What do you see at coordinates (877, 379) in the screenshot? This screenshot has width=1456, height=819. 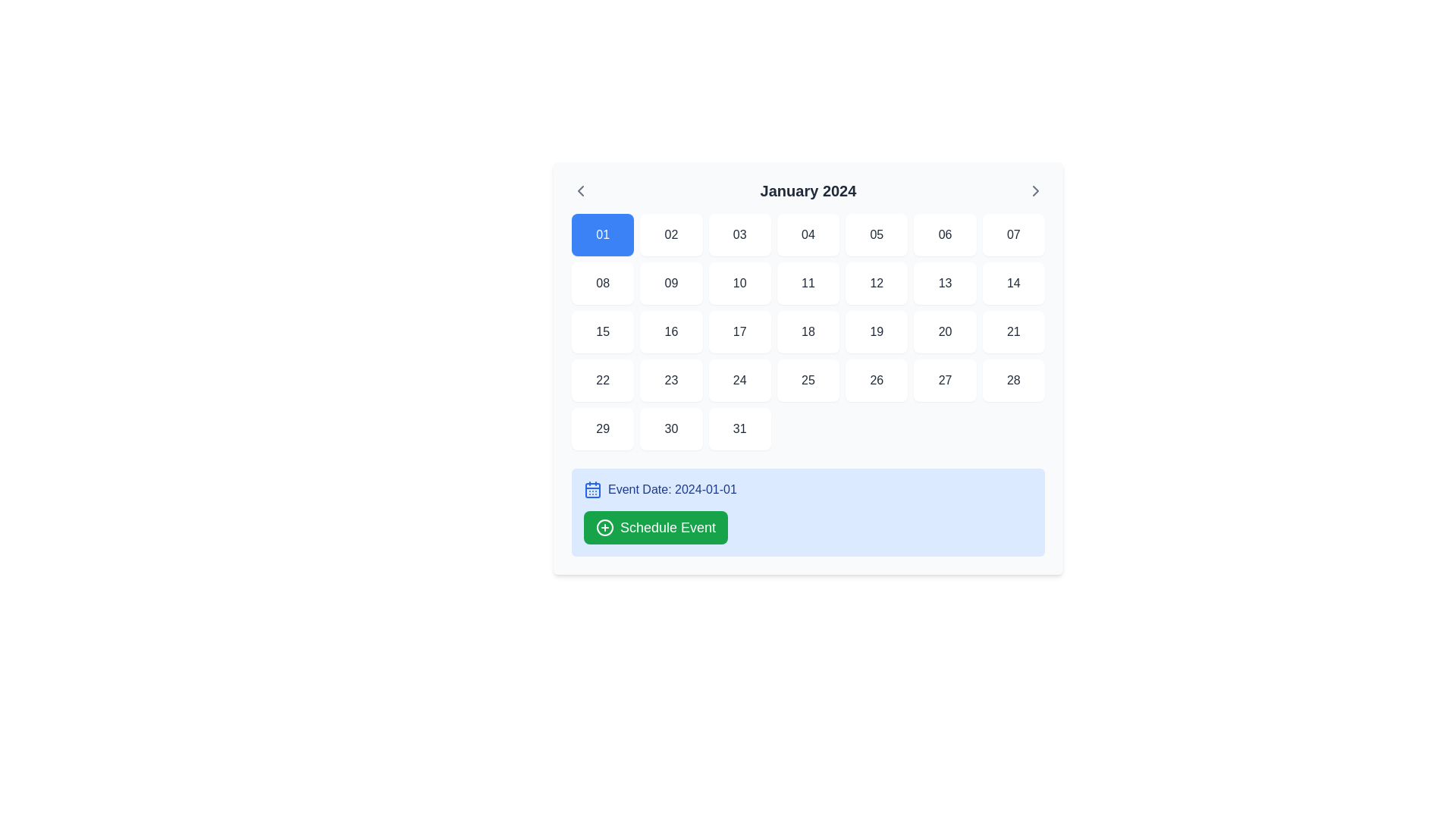 I see `the selectable day button representing the 26th of the month in the calendar interface to observe potential hover effects` at bounding box center [877, 379].